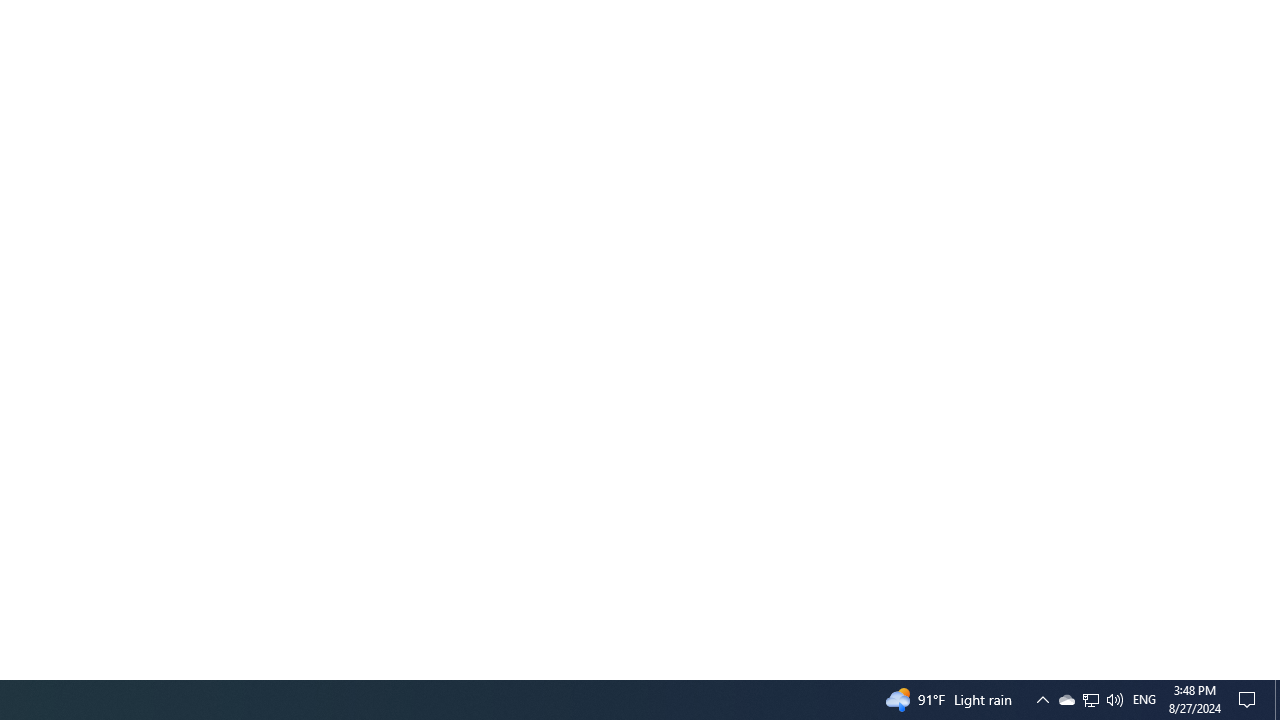  Describe the element at coordinates (1113, 698) in the screenshot. I see `'Q2790: 100%'` at that location.